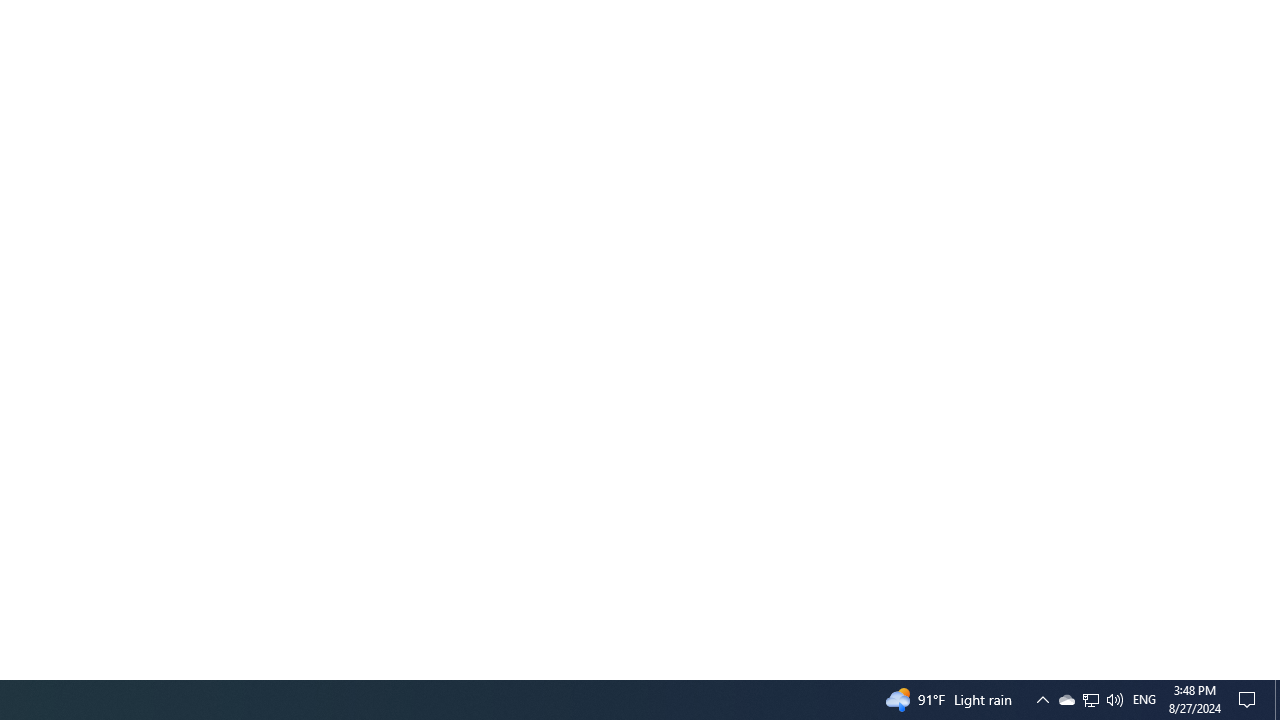  Describe the element at coordinates (1113, 698) in the screenshot. I see `'Q2790: 100%'` at that location.